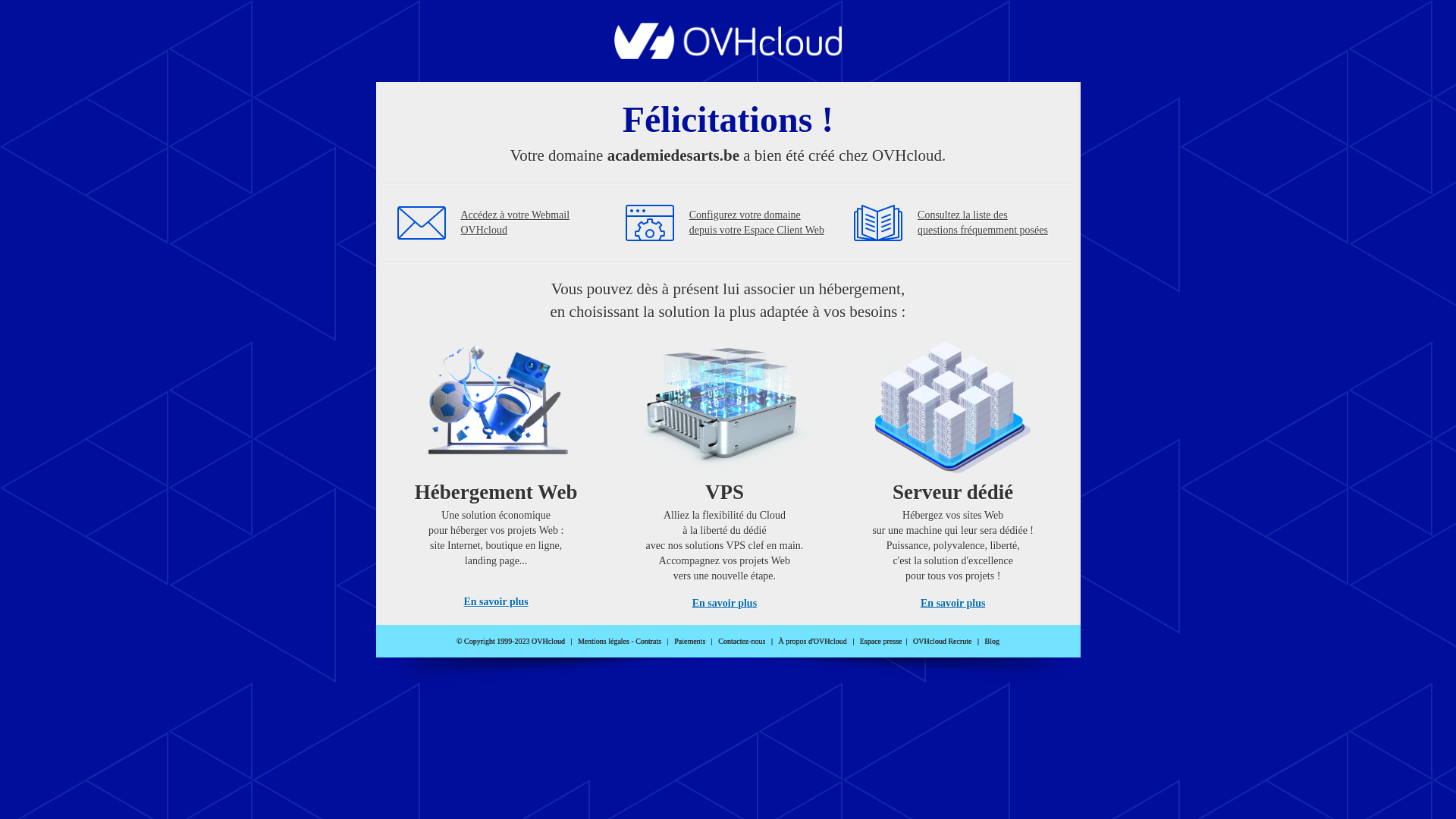 This screenshot has width=1456, height=819. What do you see at coordinates (880, 641) in the screenshot?
I see `'Espace presse'` at bounding box center [880, 641].